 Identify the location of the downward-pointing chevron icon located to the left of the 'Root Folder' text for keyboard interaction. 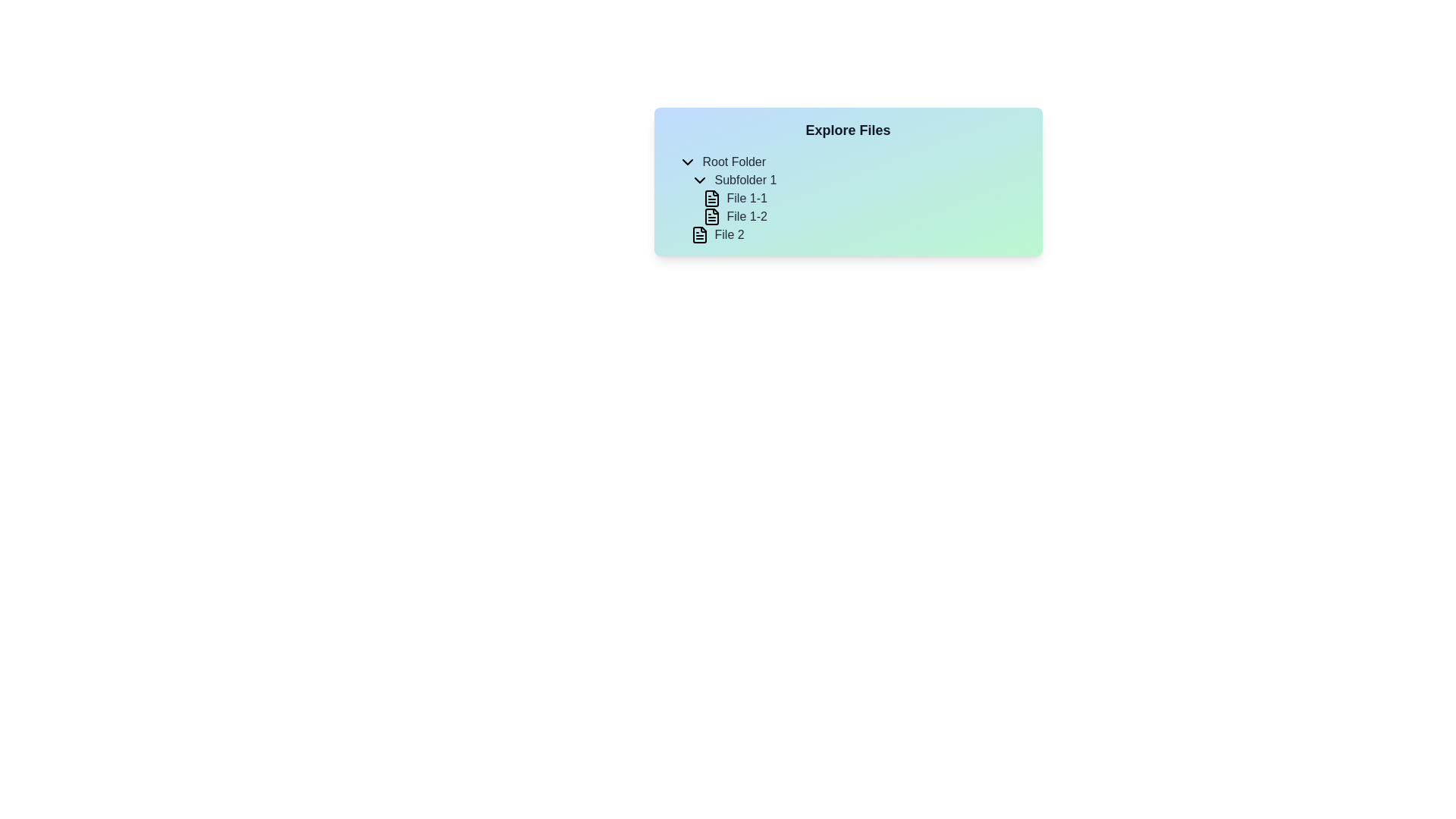
(686, 162).